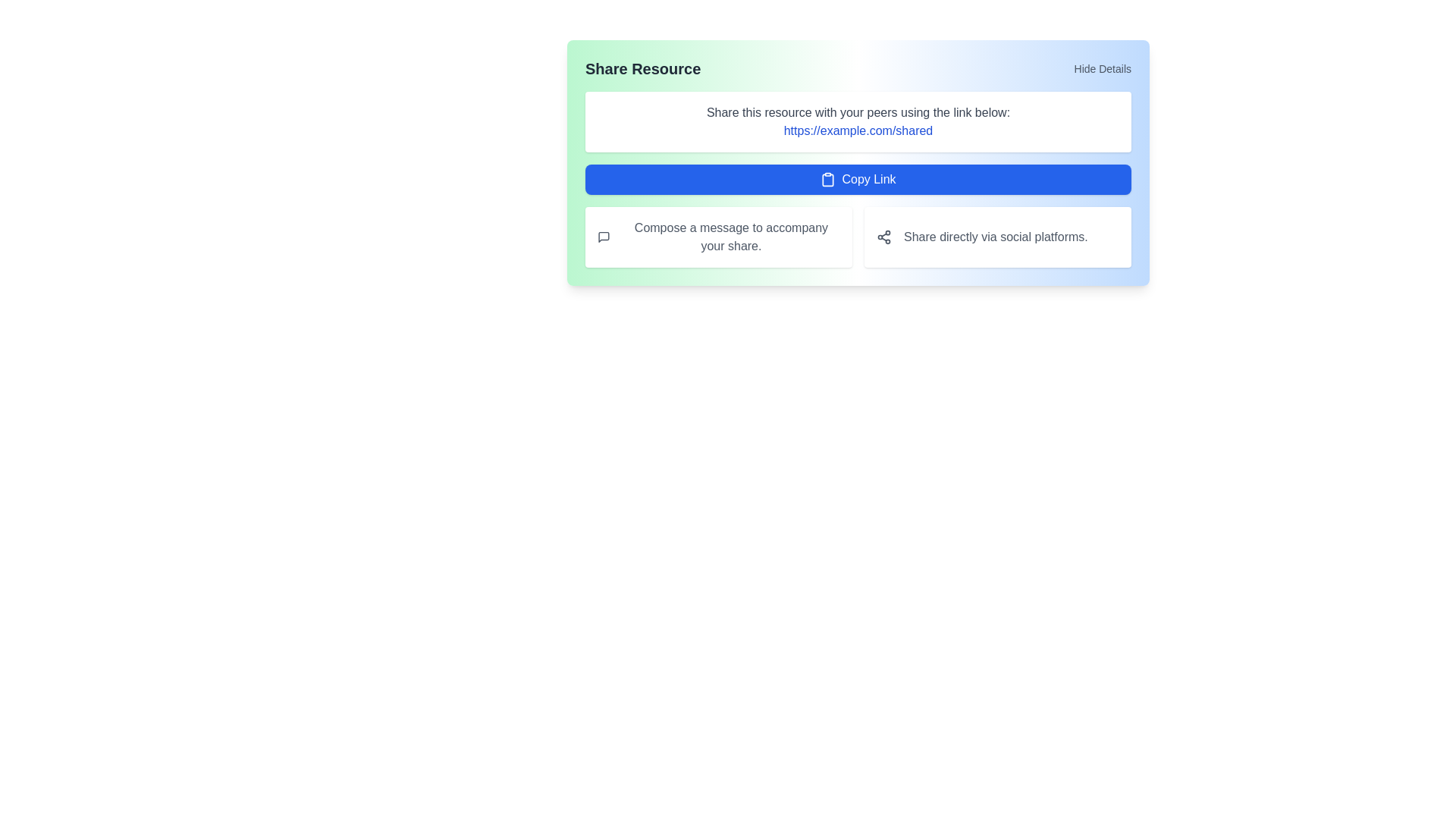 The image size is (1456, 819). I want to click on the chat bubble icon located at the bottom-left corner of the 'Compose a message to accompany your share.' section, so click(603, 237).